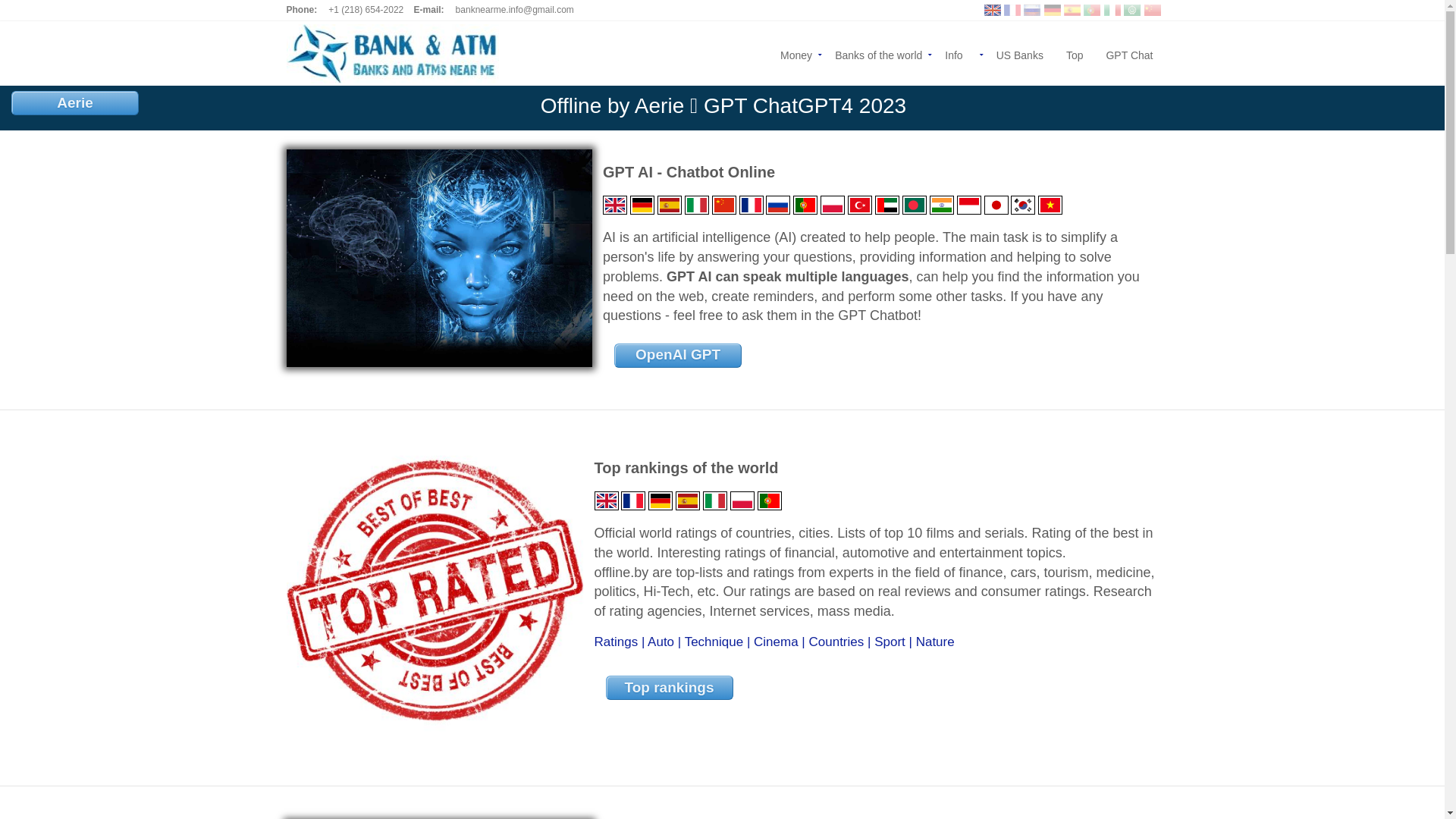 The height and width of the screenshot is (819, 1456). I want to click on 'GPT Chat', so click(1094, 52).